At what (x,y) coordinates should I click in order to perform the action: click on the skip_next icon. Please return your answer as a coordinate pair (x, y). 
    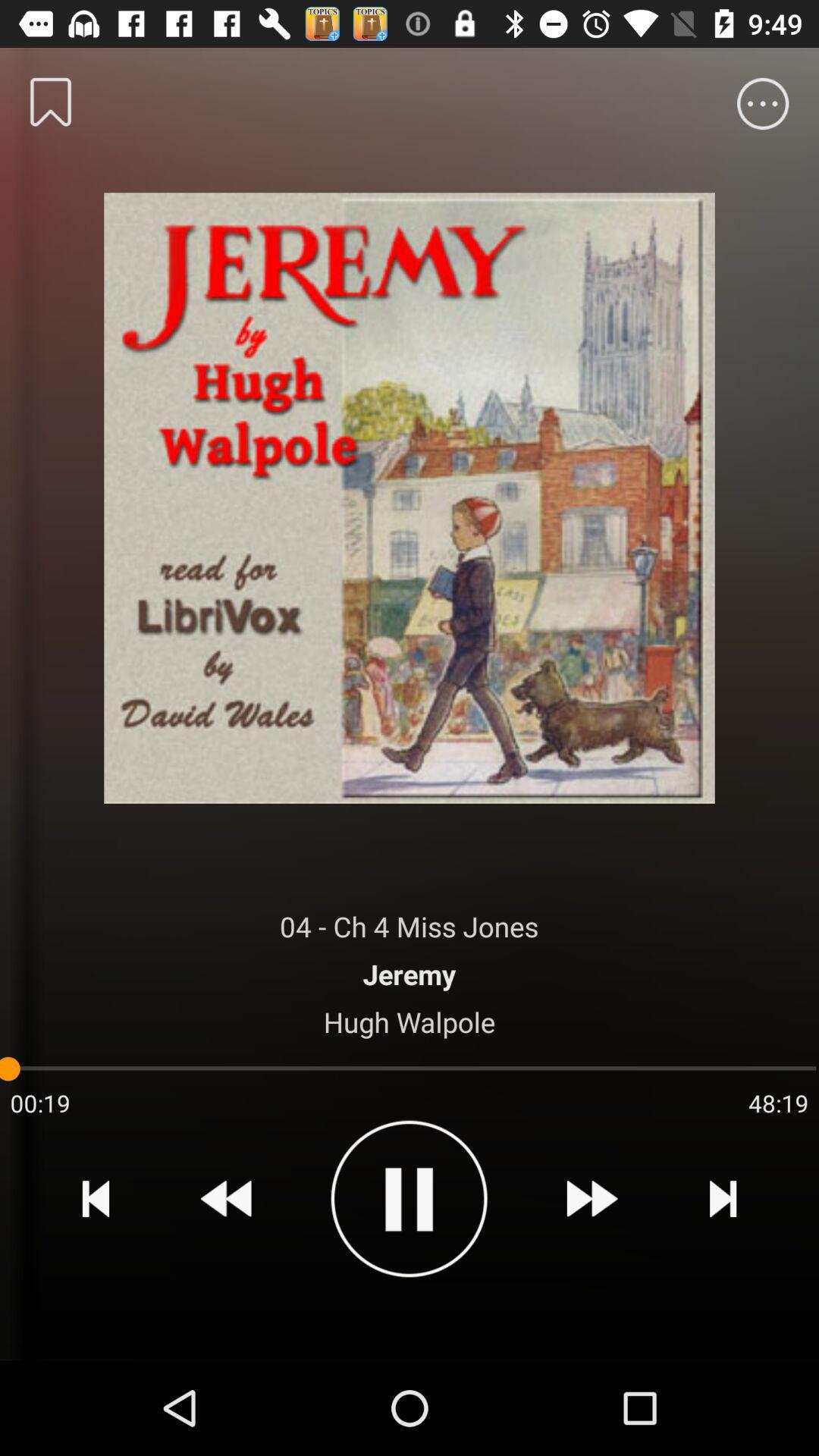
    Looking at the image, I should click on (722, 1197).